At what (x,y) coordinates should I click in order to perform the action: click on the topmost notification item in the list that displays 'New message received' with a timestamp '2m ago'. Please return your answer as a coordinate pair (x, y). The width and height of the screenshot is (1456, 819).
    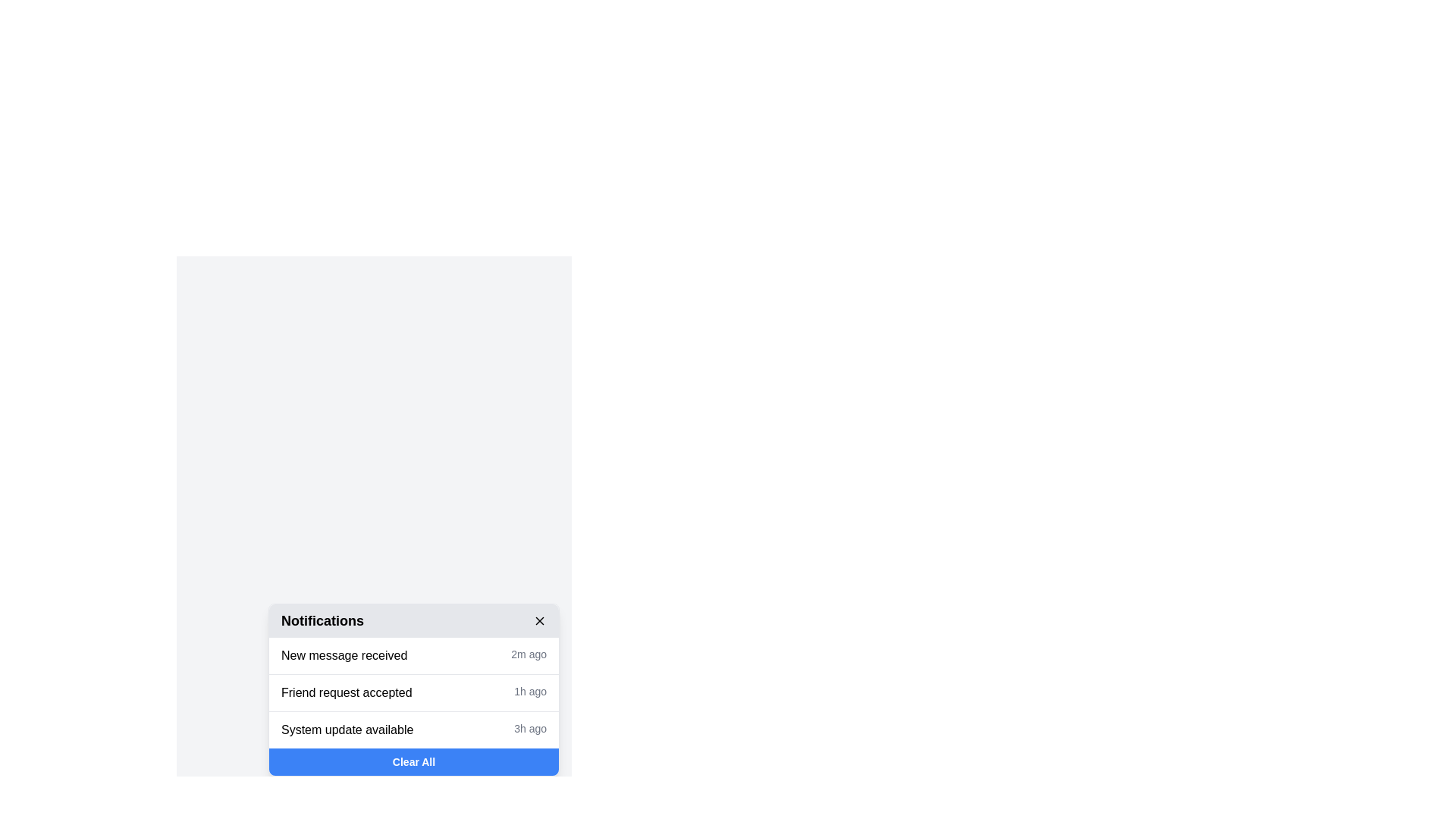
    Looking at the image, I should click on (414, 654).